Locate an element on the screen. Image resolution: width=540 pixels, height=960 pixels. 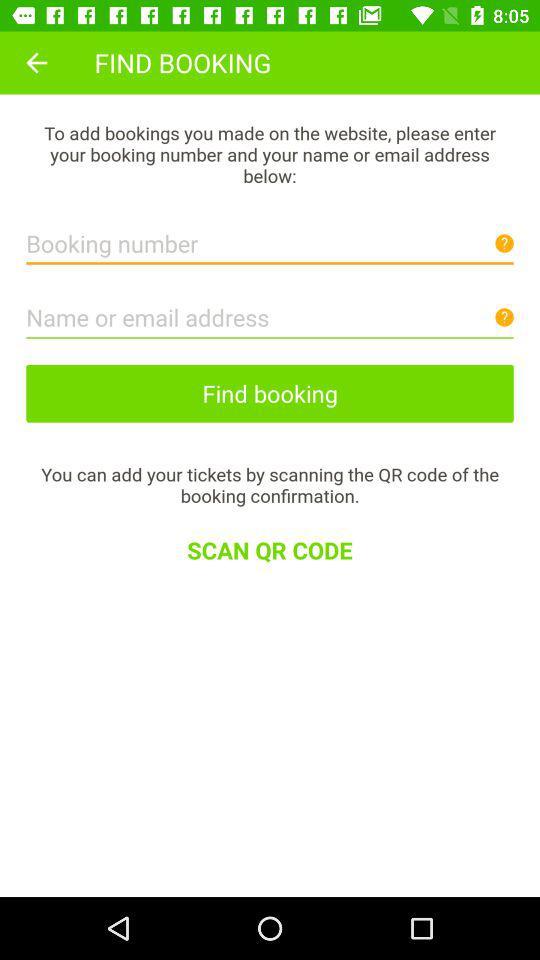
icon next to find booking item is located at coordinates (36, 62).